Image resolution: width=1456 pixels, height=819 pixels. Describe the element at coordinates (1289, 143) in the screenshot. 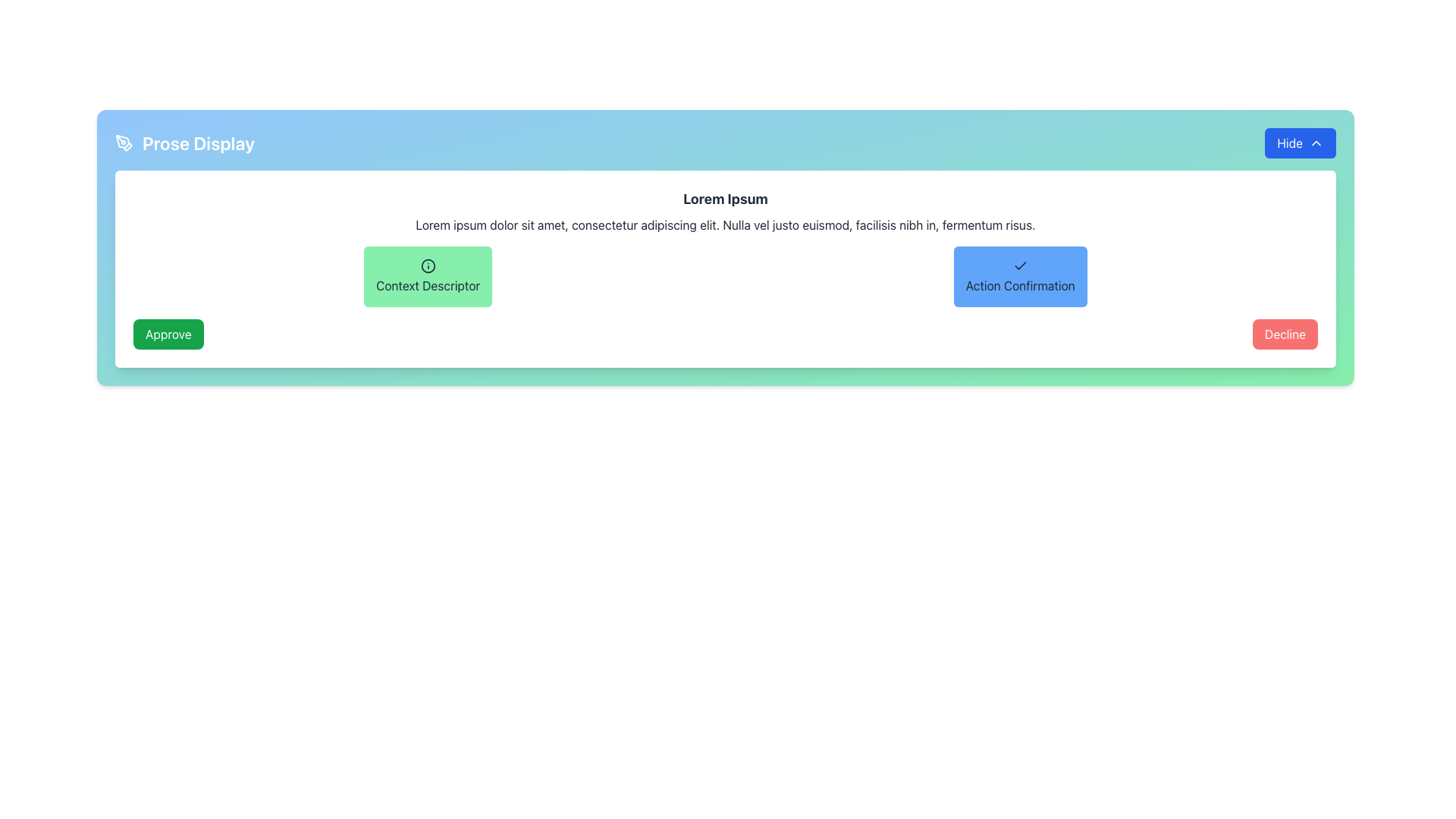

I see `the blue button containing the text label in the top right corner of the panel to hide or collapse content` at that location.